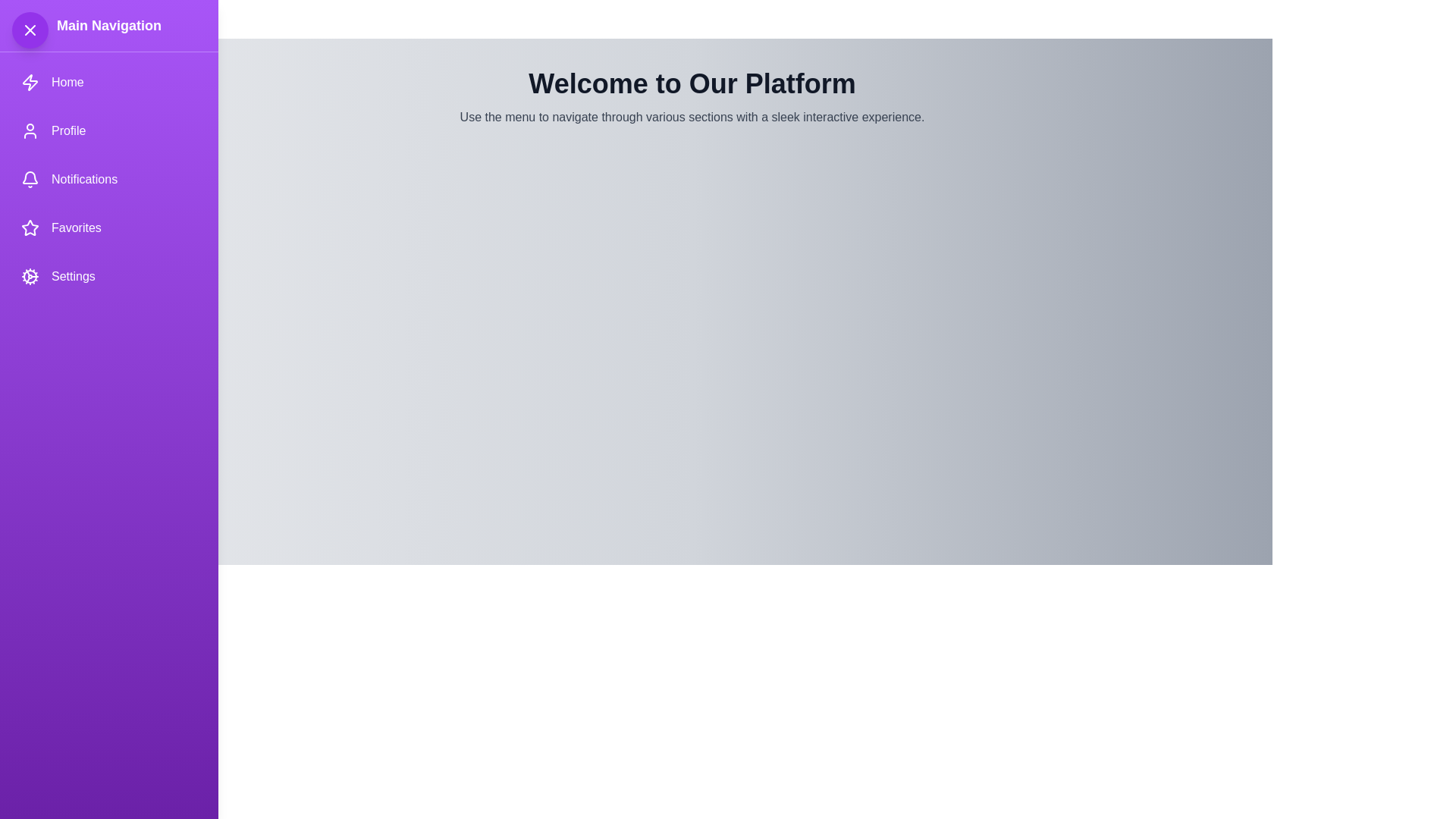 The height and width of the screenshot is (819, 1456). What do you see at coordinates (108, 227) in the screenshot?
I see `the navigation item Favorites to trigger its action` at bounding box center [108, 227].